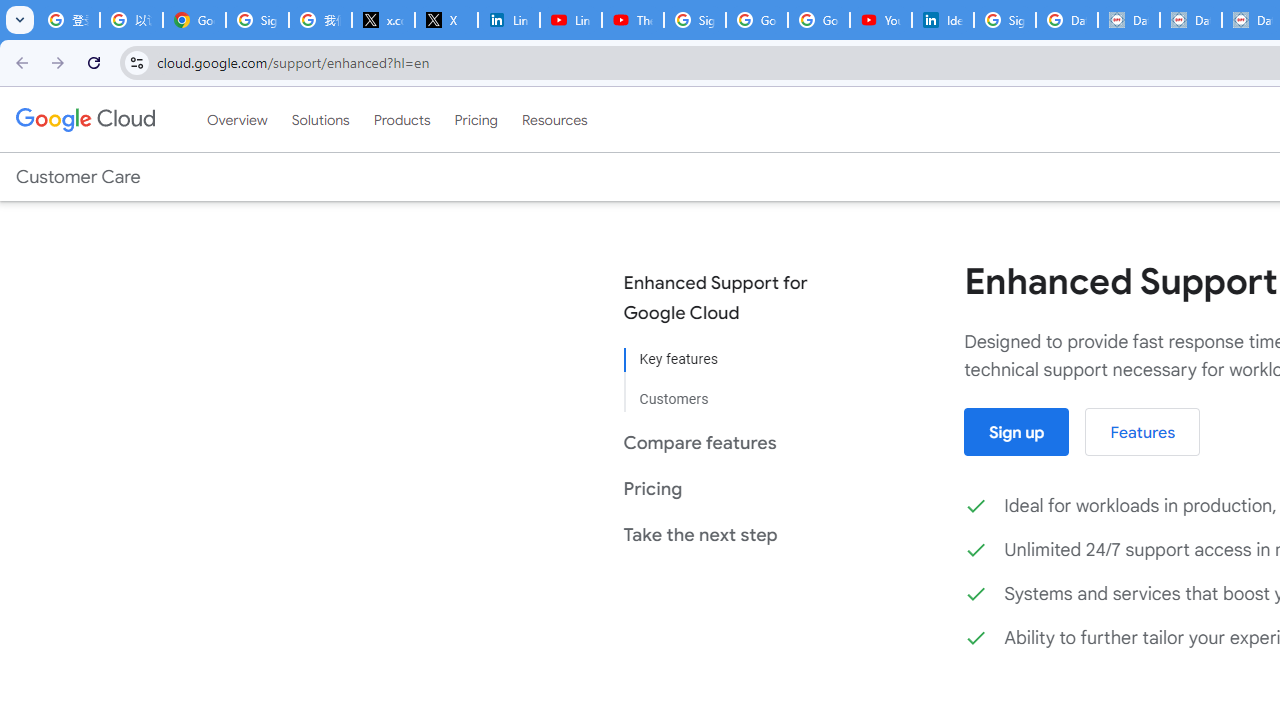  Describe the element at coordinates (400, 119) in the screenshot. I see `'Products'` at that location.